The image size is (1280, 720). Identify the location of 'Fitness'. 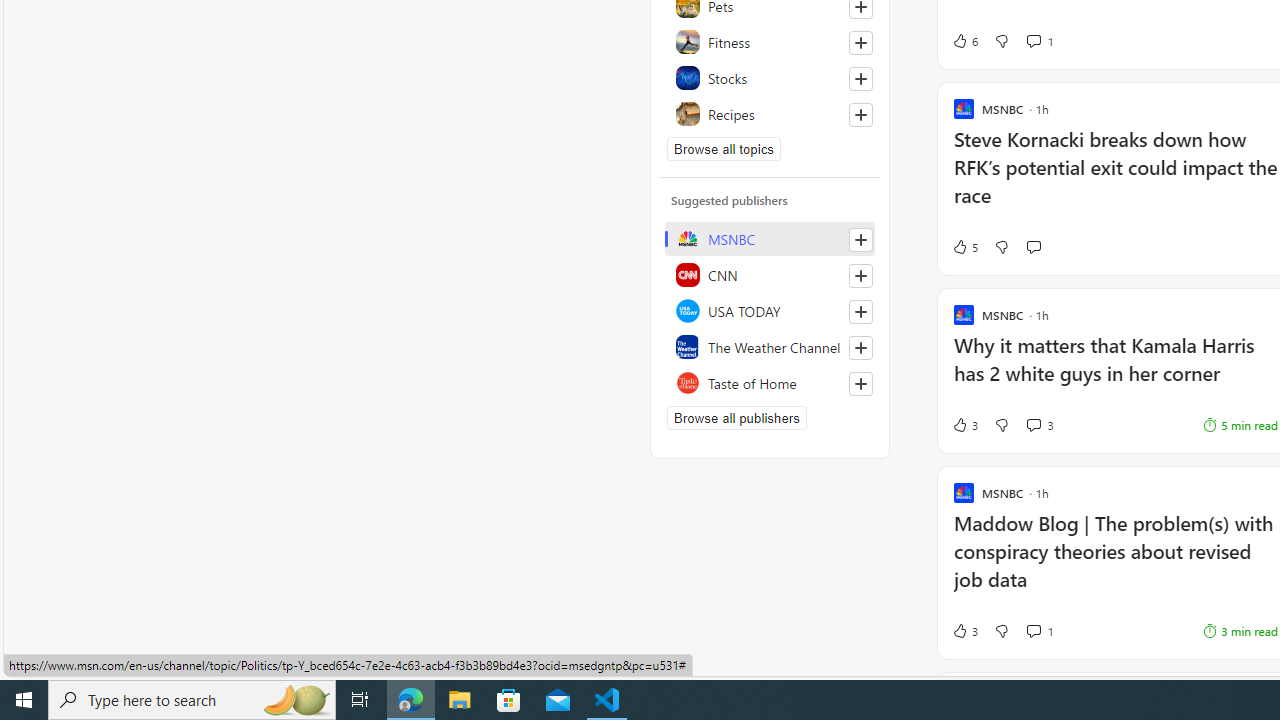
(769, 42).